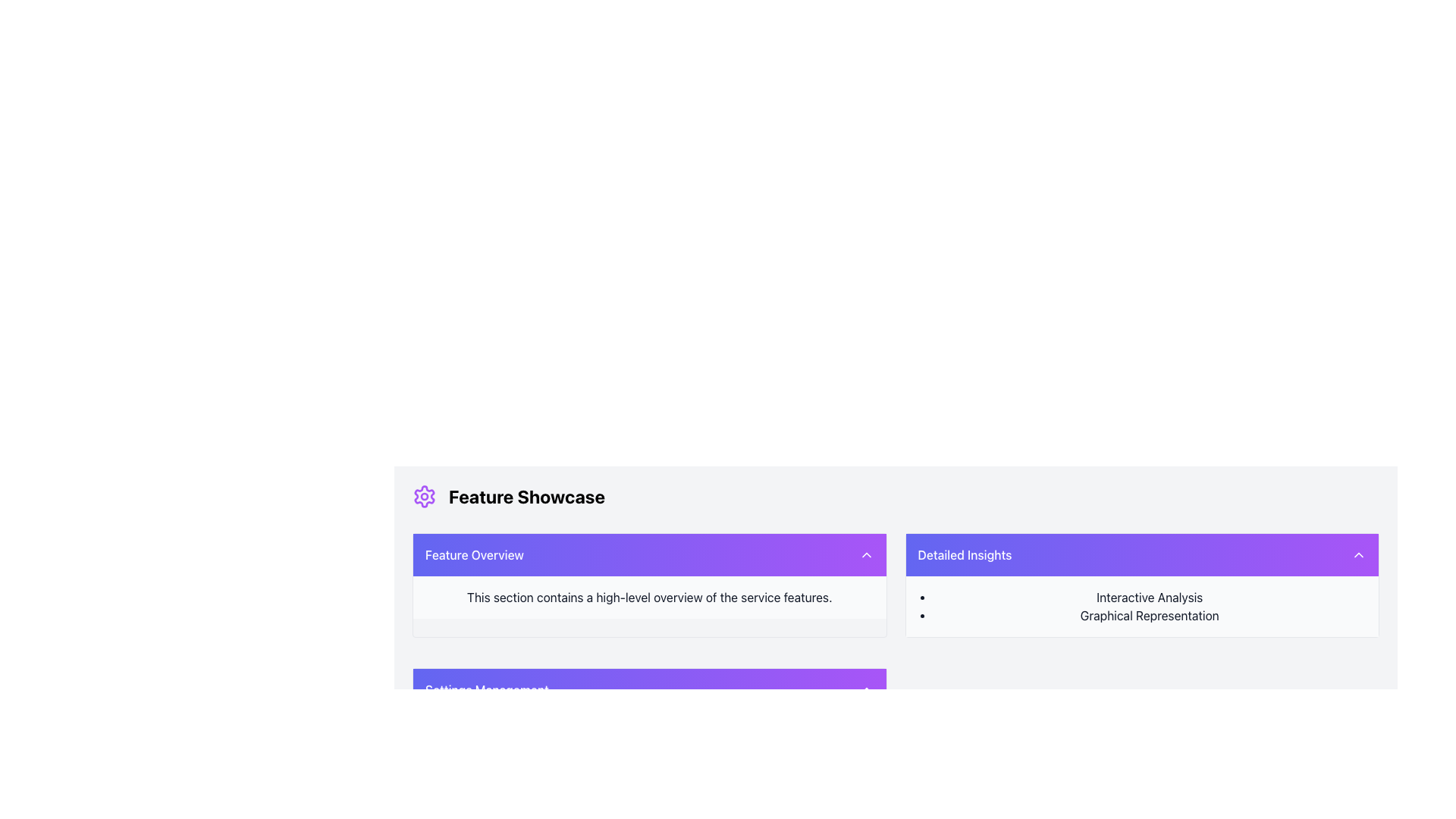 The height and width of the screenshot is (819, 1456). What do you see at coordinates (1142, 605) in the screenshot?
I see `the linked section in the Descriptive List located below the header 'Detailed Insights' on the right side of the layout` at bounding box center [1142, 605].